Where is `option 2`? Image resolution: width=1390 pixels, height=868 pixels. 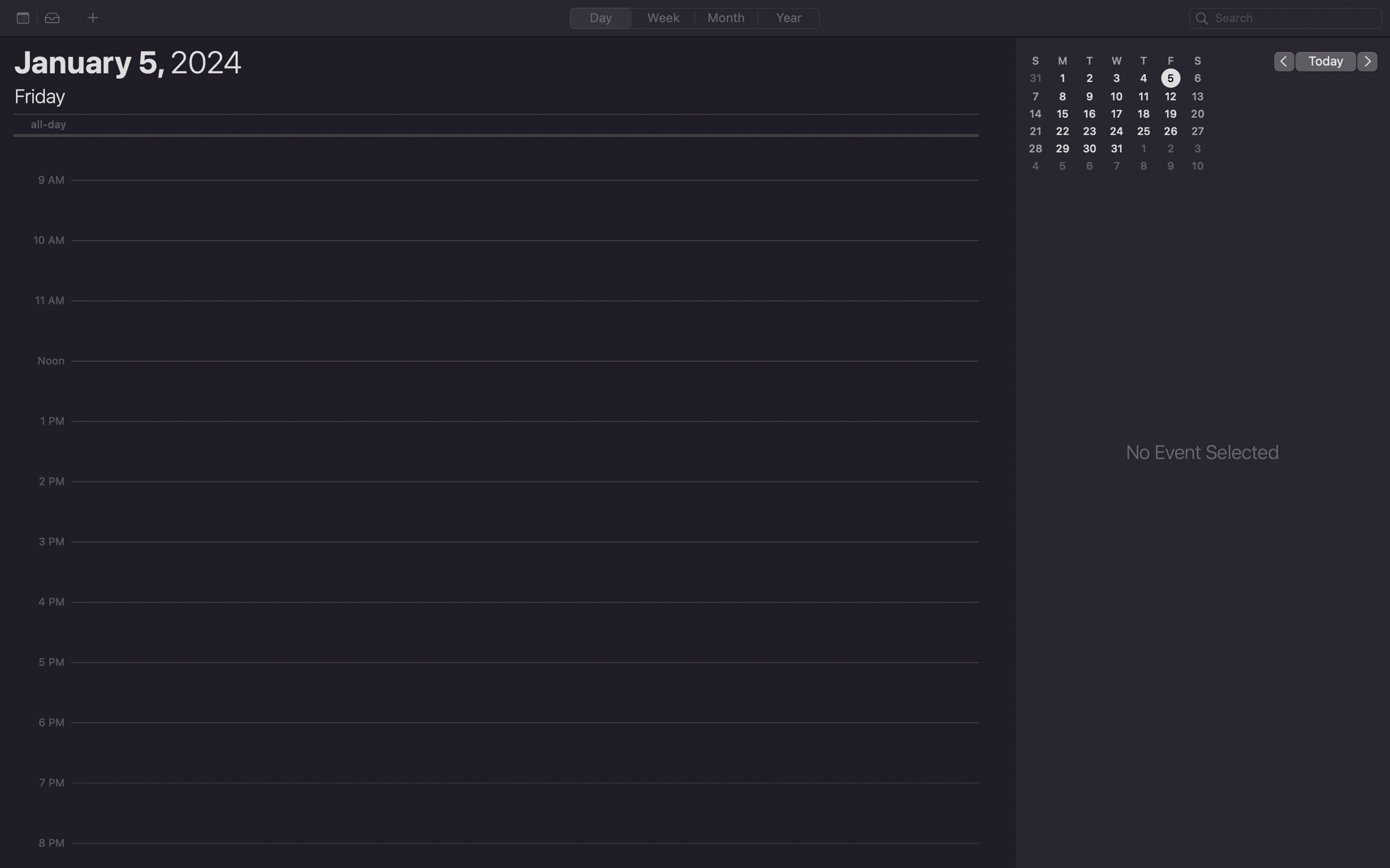
option 2 is located at coordinates (52, 18).